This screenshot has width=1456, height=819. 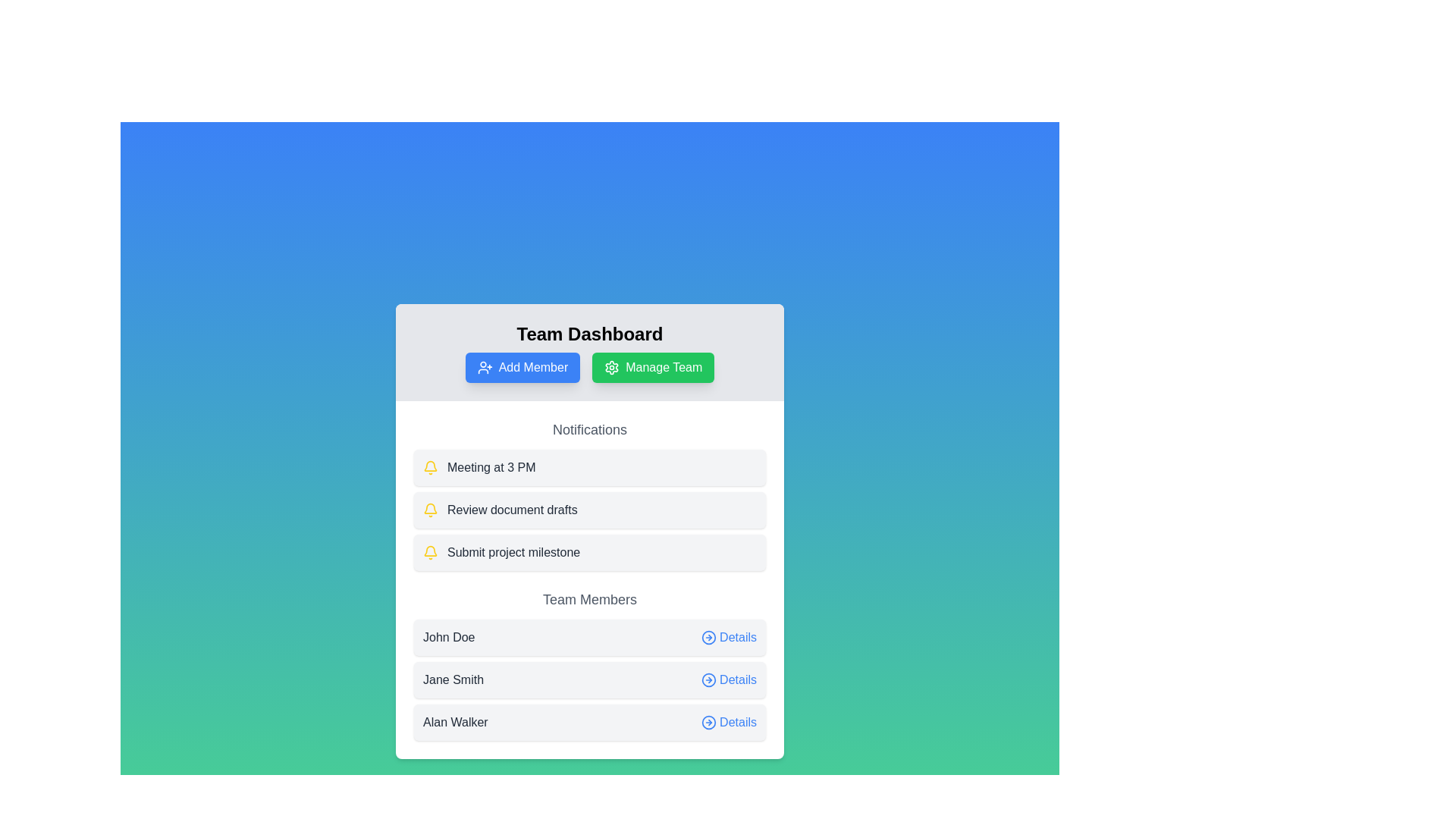 What do you see at coordinates (429, 467) in the screenshot?
I see `the yellow bell icon representing notifications, located before the text 'Meeting at 3 PM'` at bounding box center [429, 467].